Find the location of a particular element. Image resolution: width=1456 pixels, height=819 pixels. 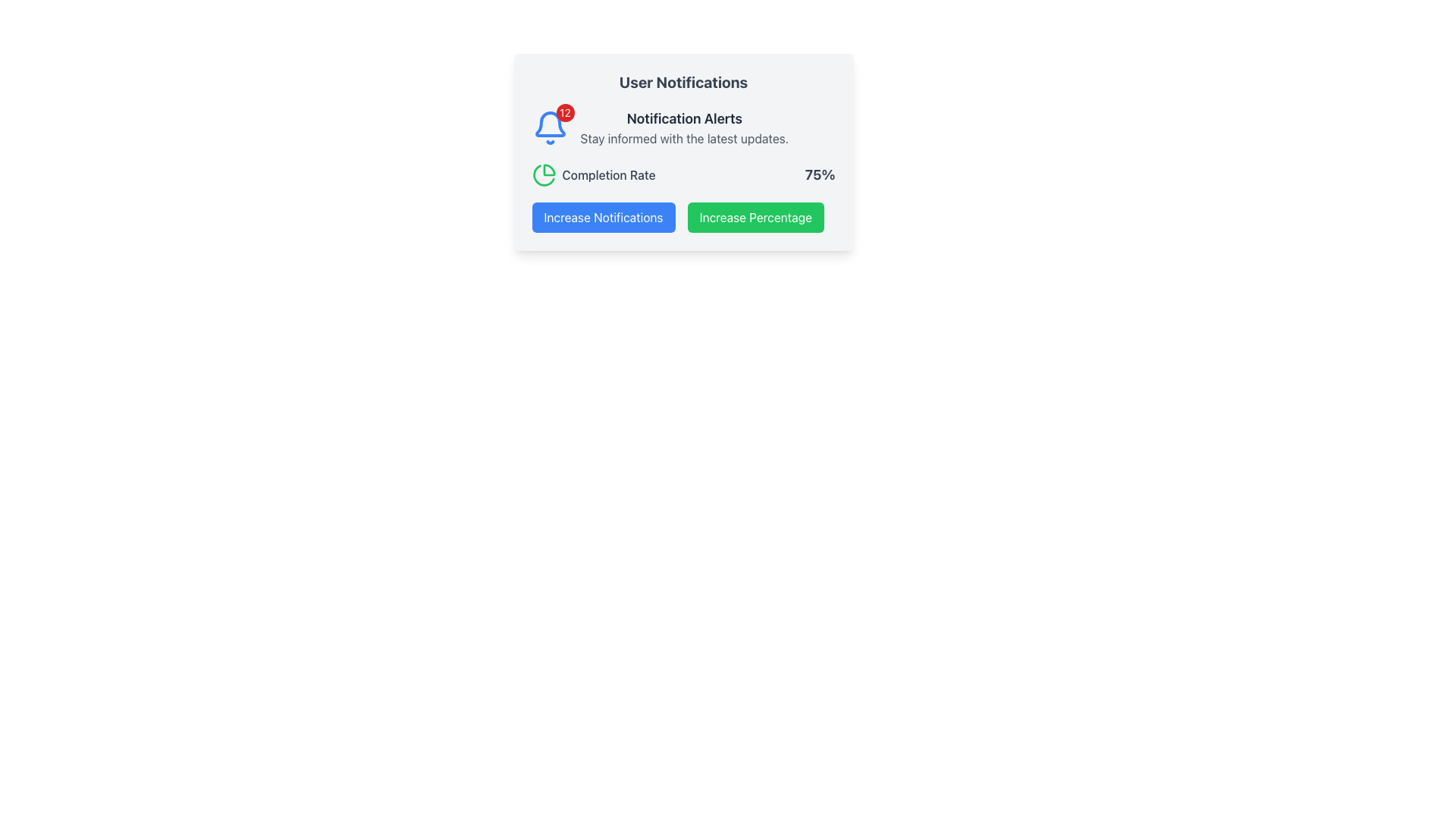

the Static Text Label that displays the completion percentage of 75%, located to the right of the text 'Completion Rate' is located at coordinates (819, 174).